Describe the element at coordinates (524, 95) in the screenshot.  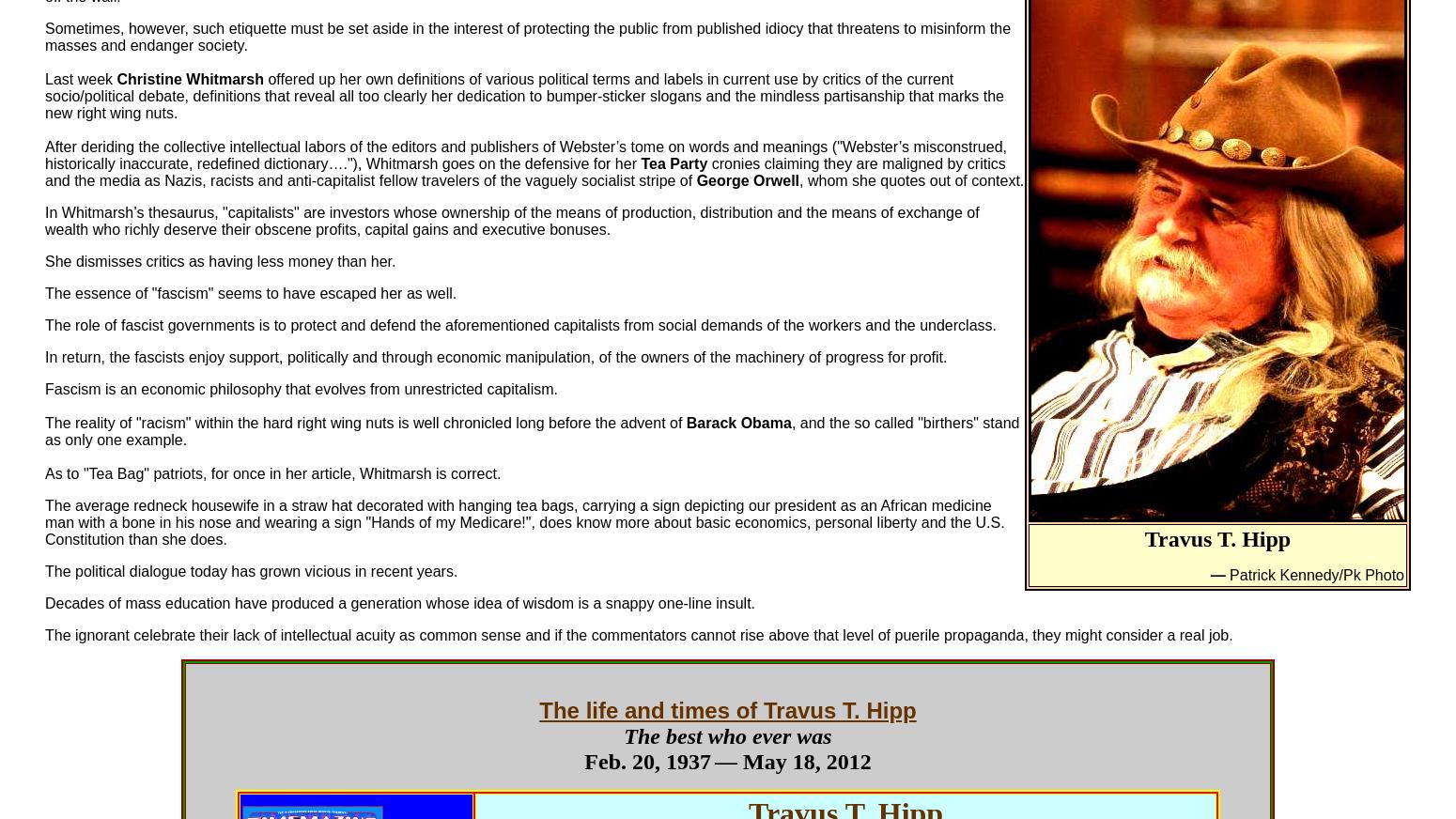
I see `'offered up her own definitions of various 
    political terms and labels in current use by critics of the current socio/political 
    debate, definitions that reveal all too clearly her dedication to bumper-sticker 
    slogans and the mindless partisanship that marks the new right wing nuts.'` at that location.